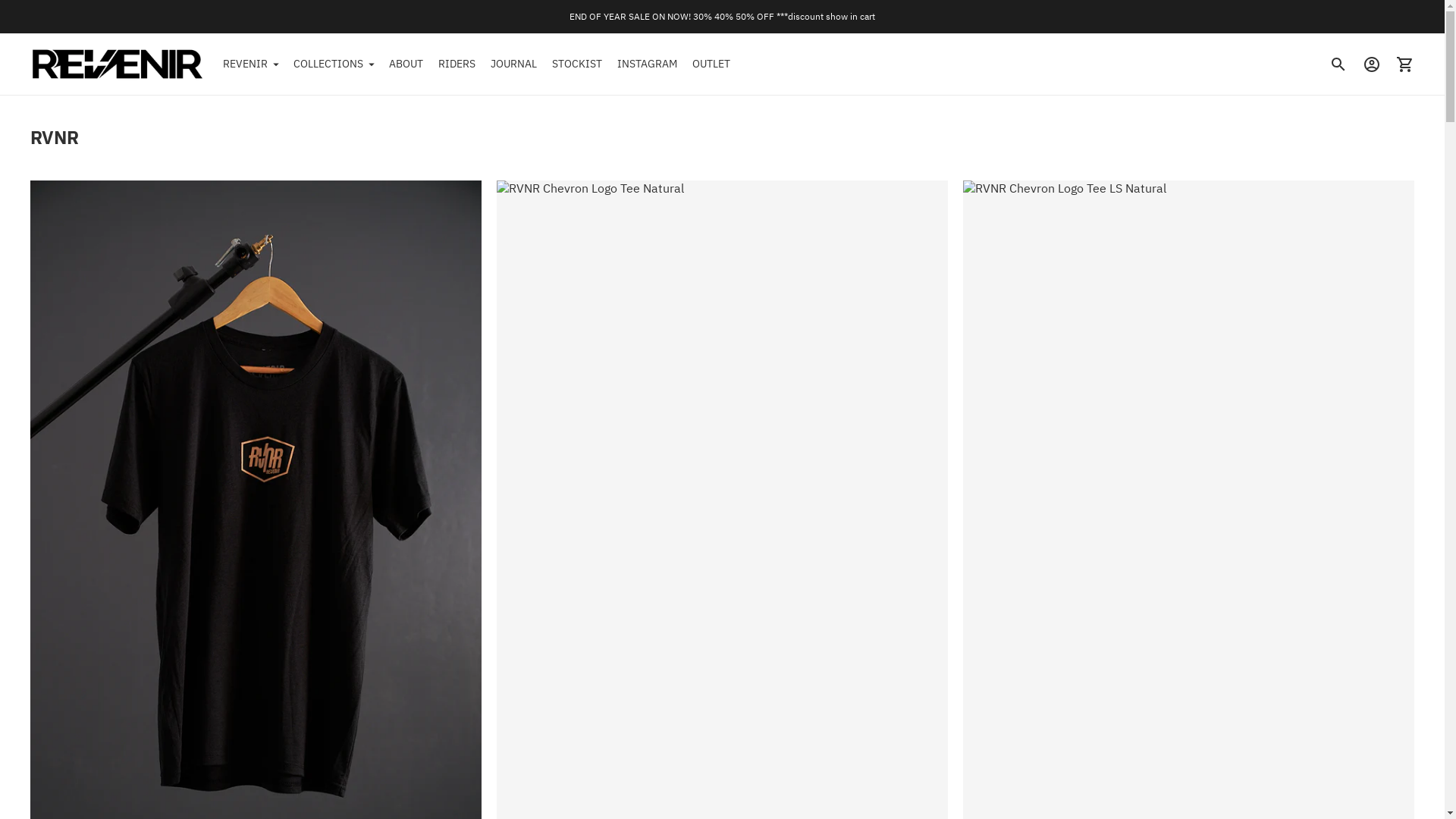 The image size is (1456, 819). Describe the element at coordinates (406, 63) in the screenshot. I see `'ABOUT'` at that location.